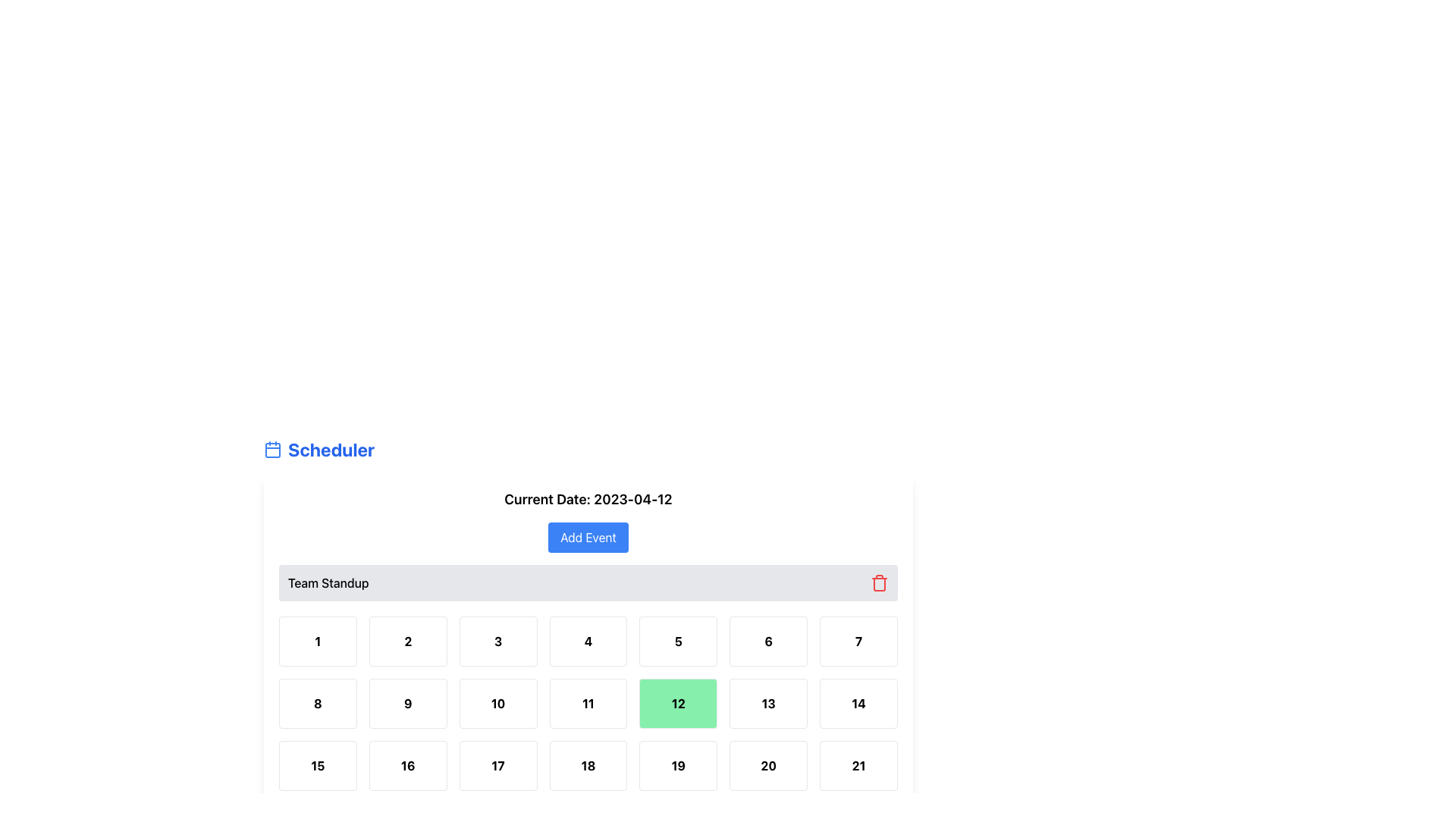 This screenshot has height=819, width=1456. What do you see at coordinates (316, 641) in the screenshot?
I see `the first grid item, which is a rectangular box with a white background and the number '1' in bold black text` at bounding box center [316, 641].